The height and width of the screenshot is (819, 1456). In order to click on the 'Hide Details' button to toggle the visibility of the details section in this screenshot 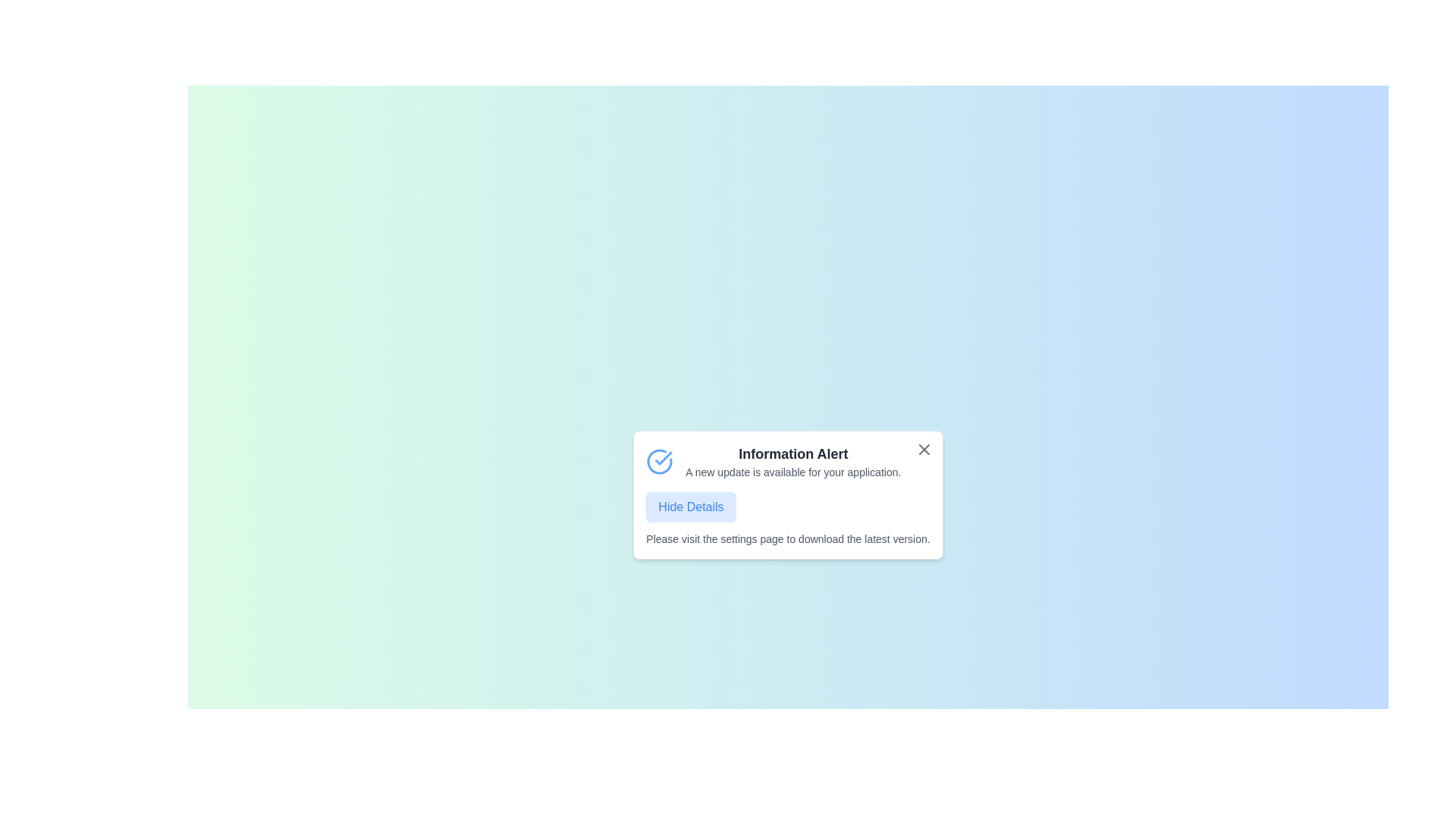, I will do `click(690, 507)`.